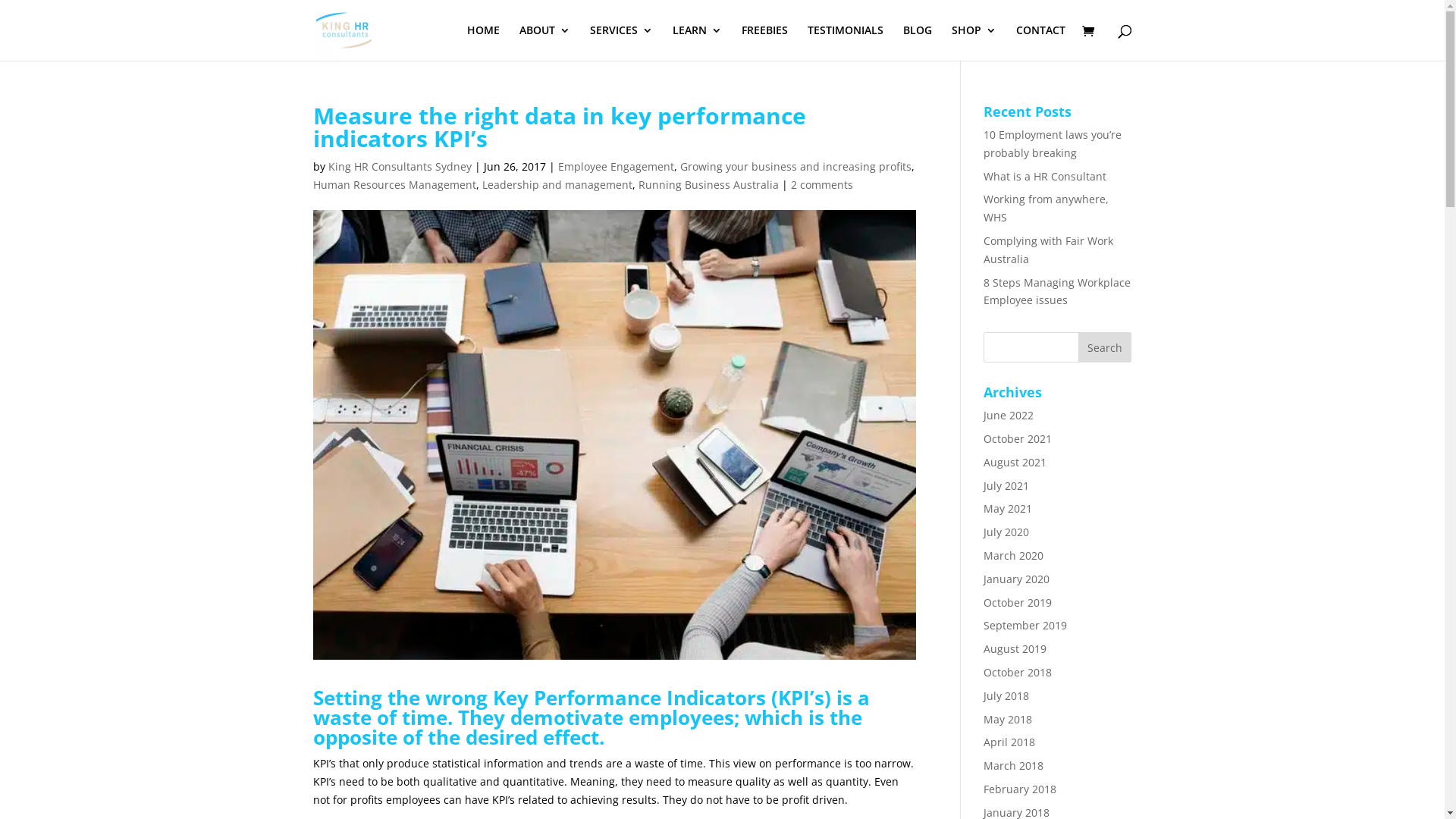 The image size is (1456, 819). Describe the element at coordinates (1018, 671) in the screenshot. I see `'October 2018'` at that location.